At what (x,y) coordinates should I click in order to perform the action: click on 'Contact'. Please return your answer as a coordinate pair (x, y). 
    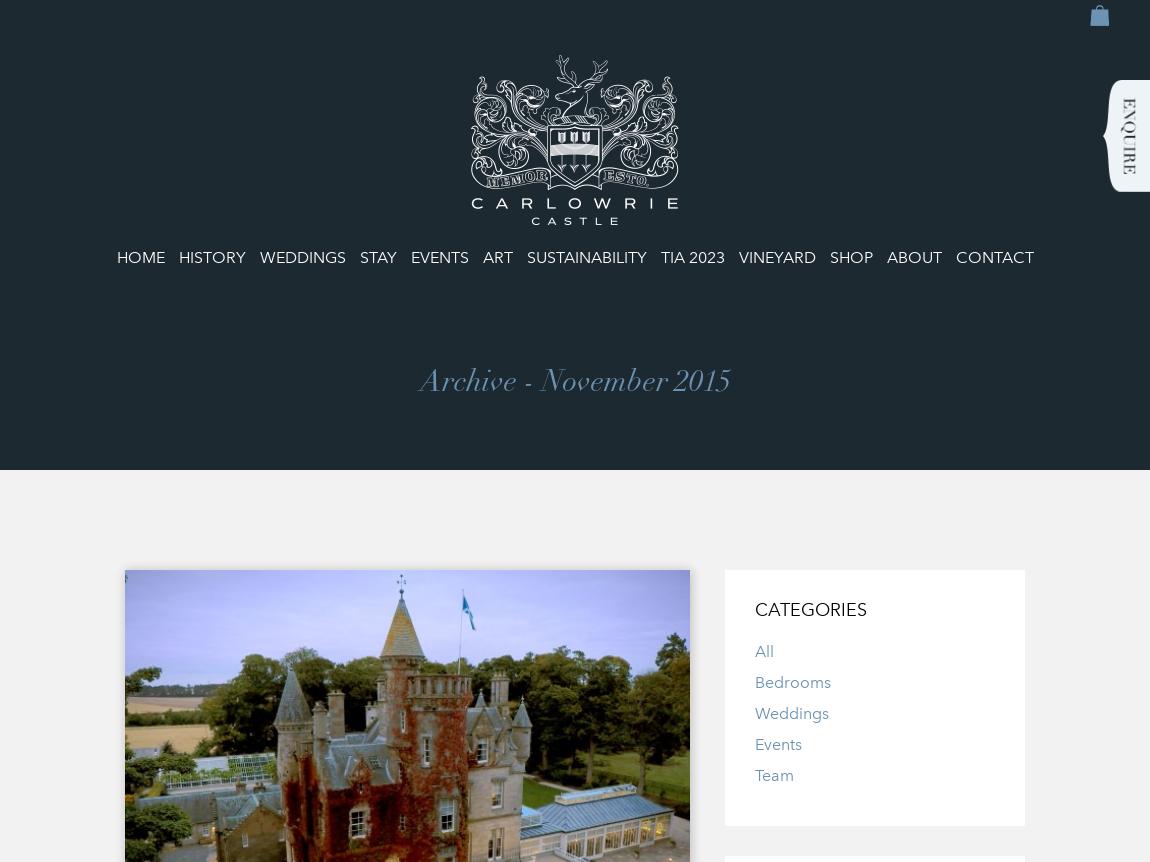
    Looking at the image, I should click on (993, 256).